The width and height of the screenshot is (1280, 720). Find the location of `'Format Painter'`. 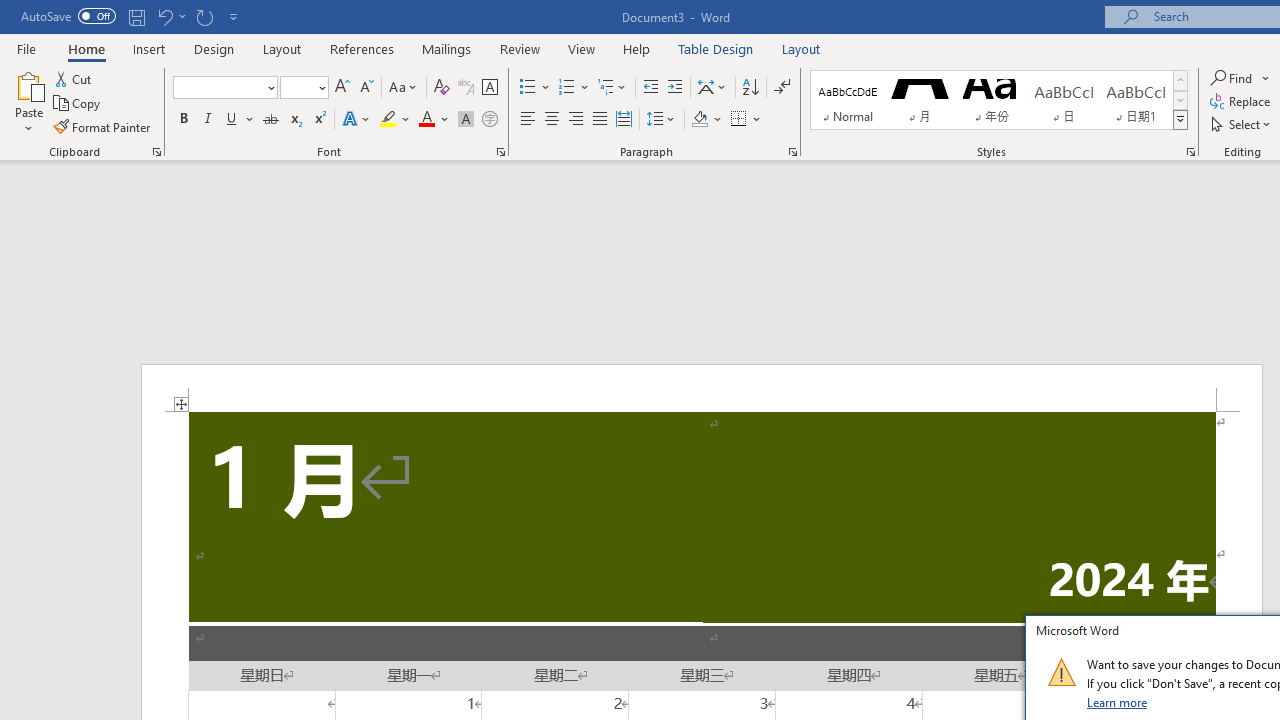

'Format Painter' is located at coordinates (102, 127).